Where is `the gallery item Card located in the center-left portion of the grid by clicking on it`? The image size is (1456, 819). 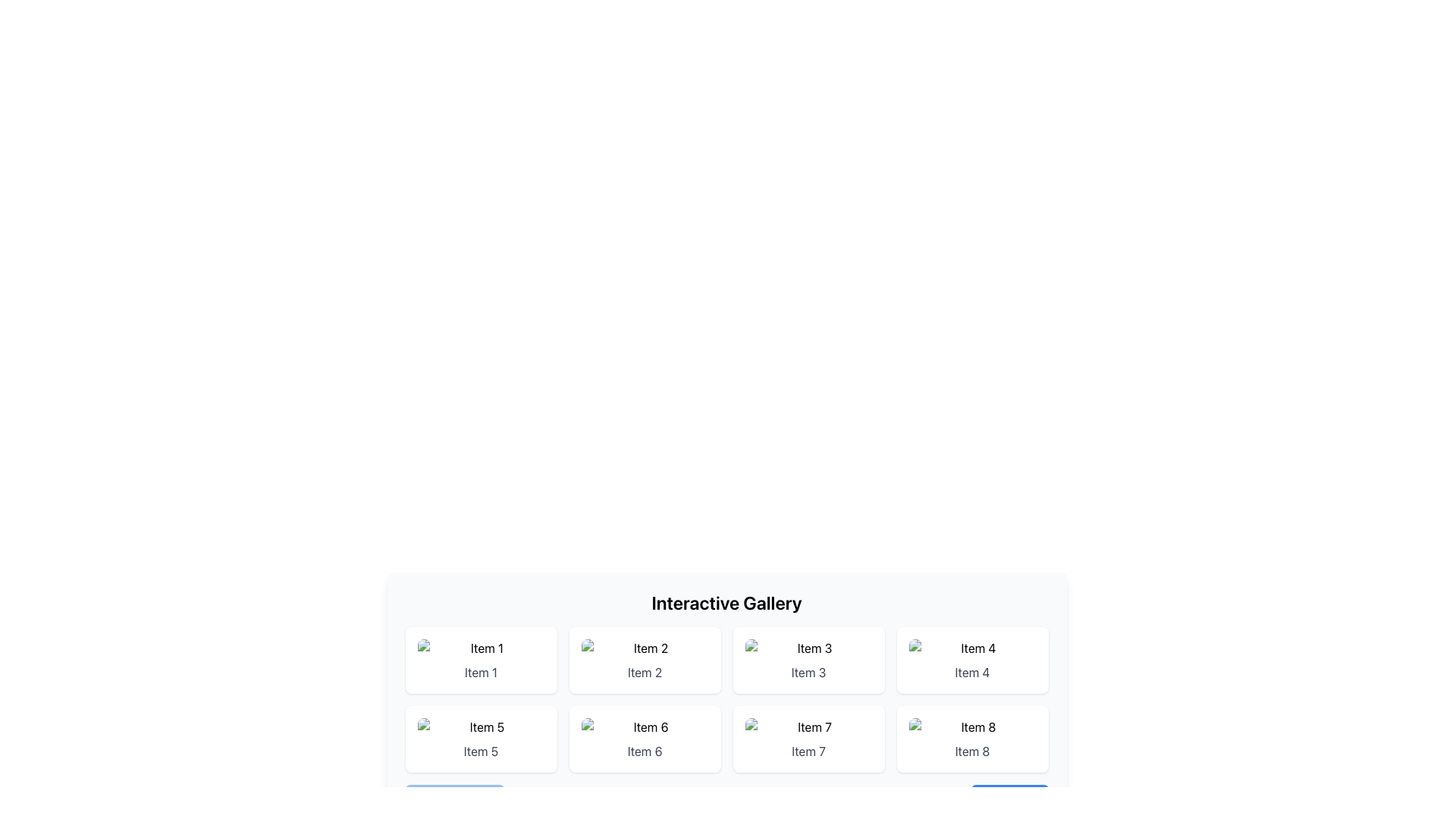
the gallery item Card located in the center-left portion of the grid by clicking on it is located at coordinates (480, 739).